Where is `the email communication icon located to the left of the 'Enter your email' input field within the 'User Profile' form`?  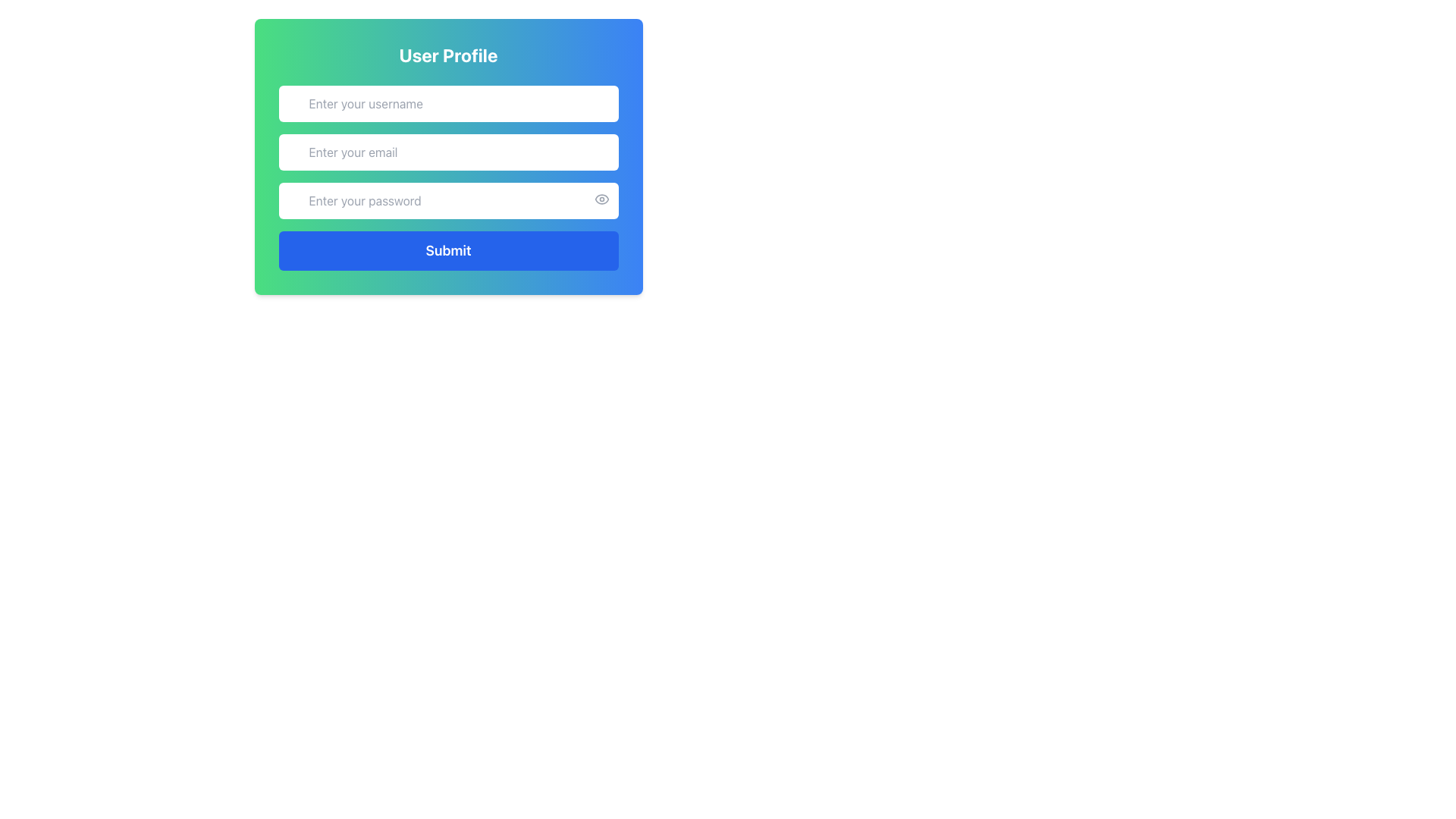
the email communication icon located to the left of the 'Enter your email' input field within the 'User Profile' form is located at coordinates (297, 152).